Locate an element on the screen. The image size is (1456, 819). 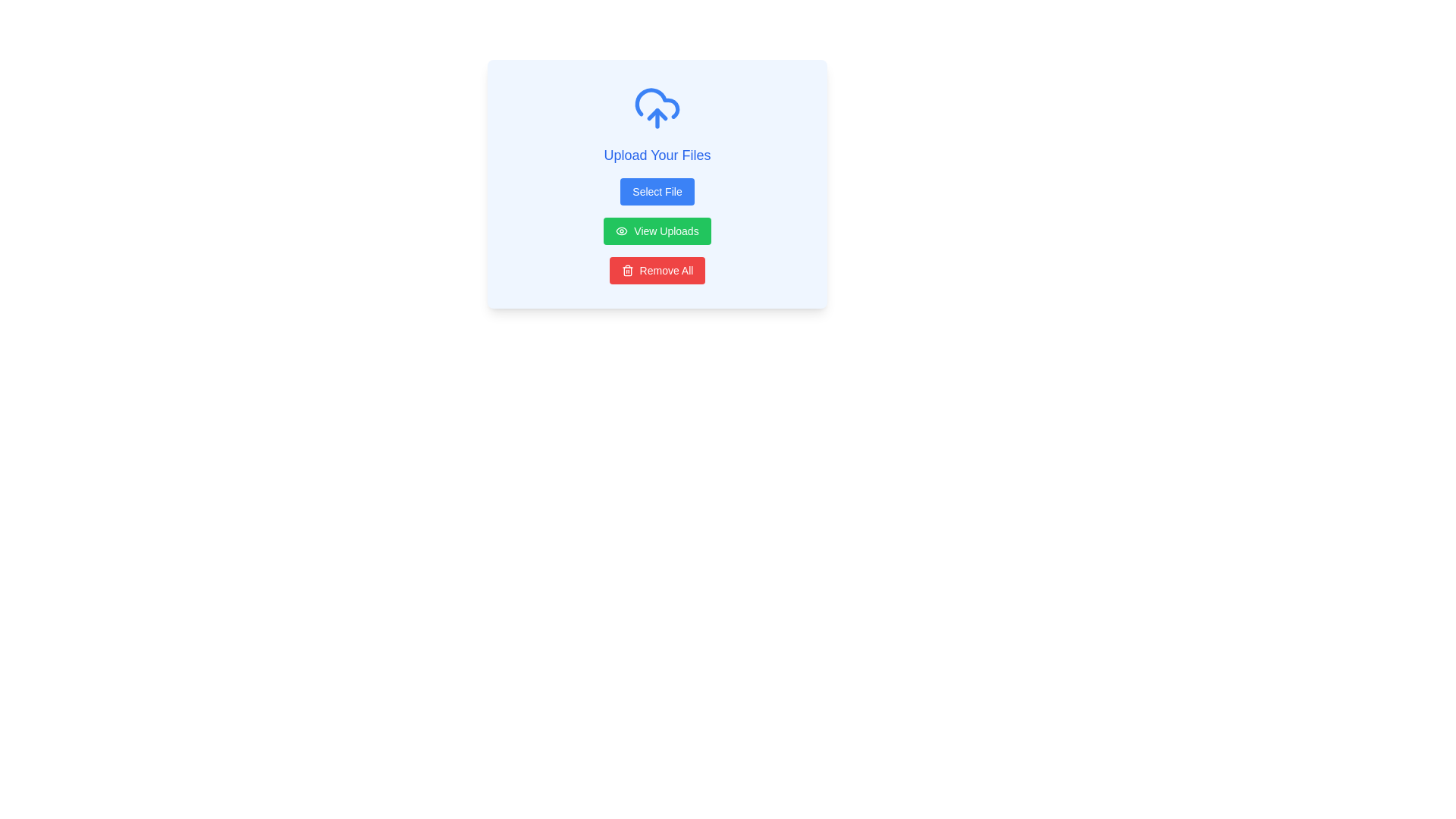
the blue button labeled 'Select File' is located at coordinates (657, 184).